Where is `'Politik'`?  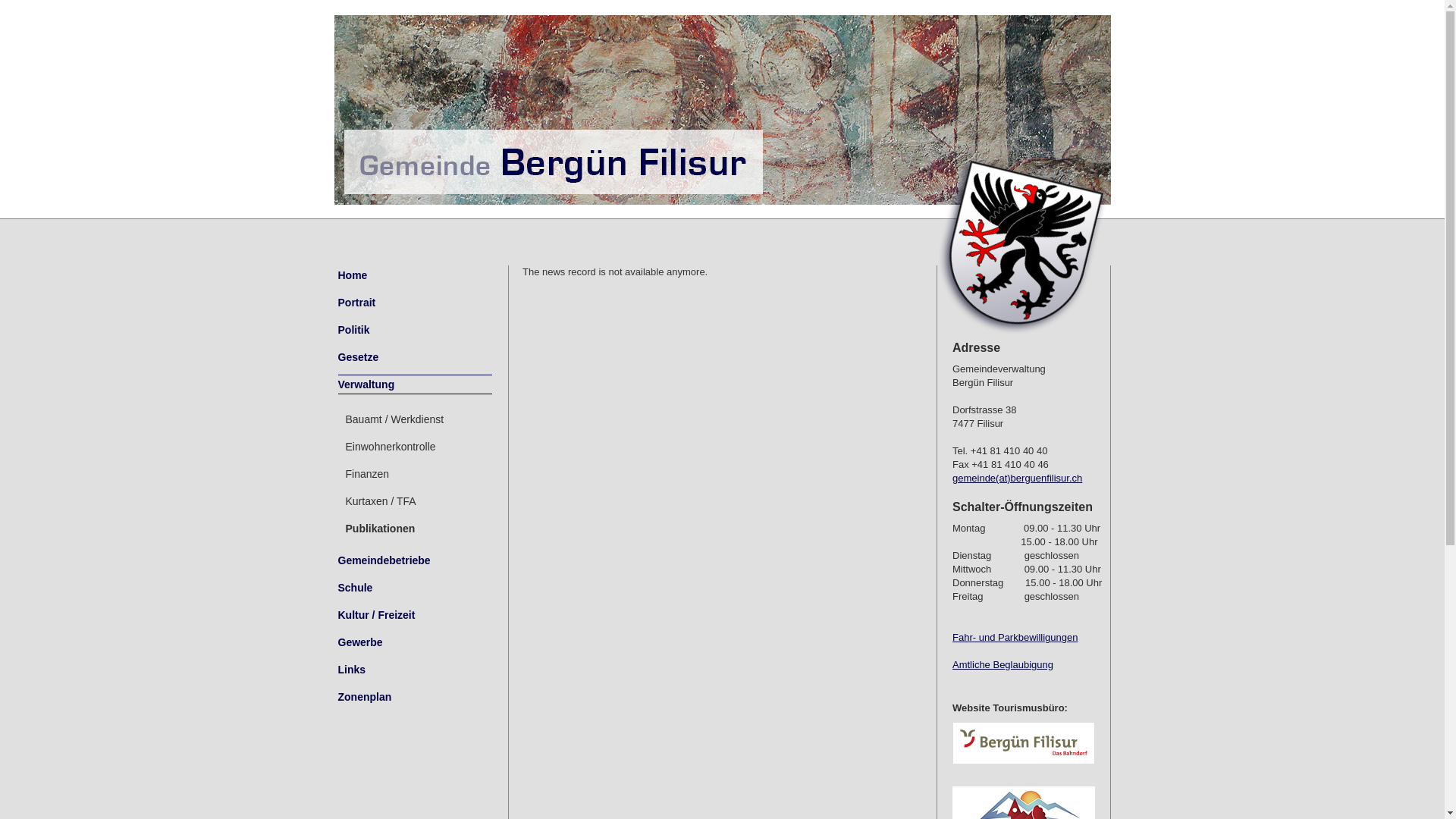
'Politik' is located at coordinates (415, 329).